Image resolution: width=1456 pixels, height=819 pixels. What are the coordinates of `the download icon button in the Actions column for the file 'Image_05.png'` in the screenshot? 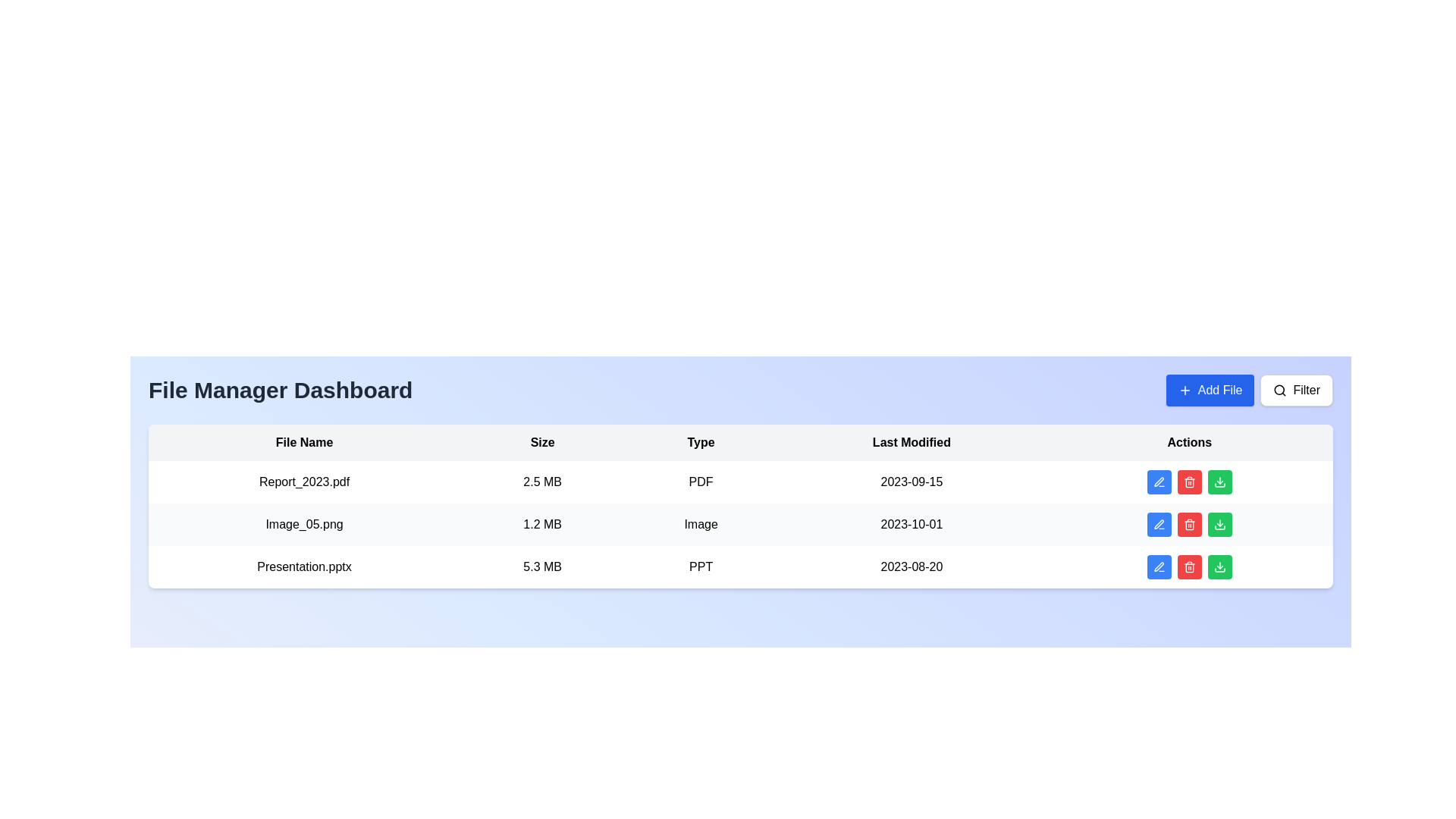 It's located at (1219, 523).